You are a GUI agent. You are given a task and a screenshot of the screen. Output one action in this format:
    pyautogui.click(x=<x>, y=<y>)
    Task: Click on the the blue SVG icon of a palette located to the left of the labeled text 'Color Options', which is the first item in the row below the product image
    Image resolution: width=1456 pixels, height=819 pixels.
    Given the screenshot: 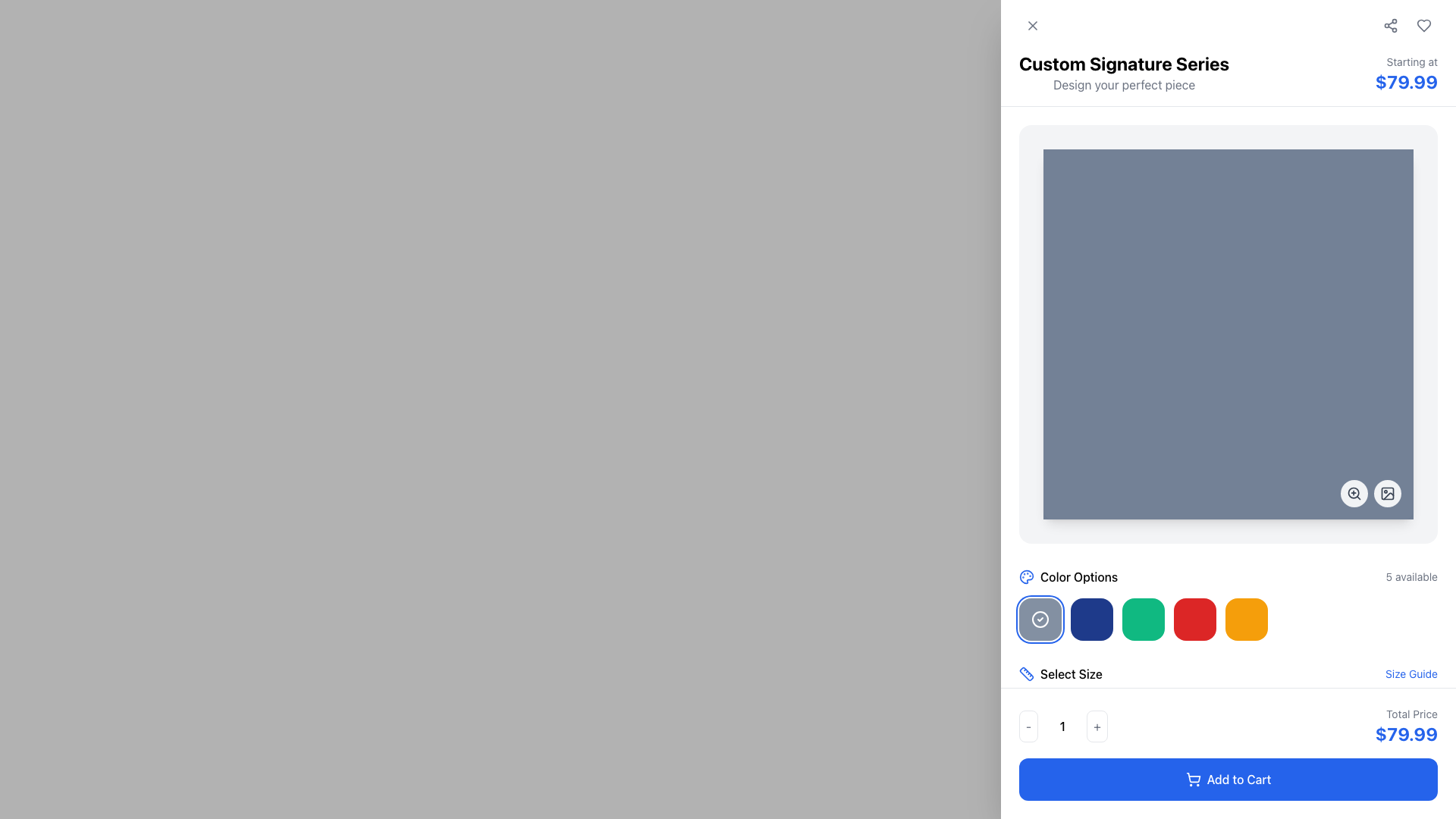 What is the action you would take?
    pyautogui.click(x=1026, y=576)
    